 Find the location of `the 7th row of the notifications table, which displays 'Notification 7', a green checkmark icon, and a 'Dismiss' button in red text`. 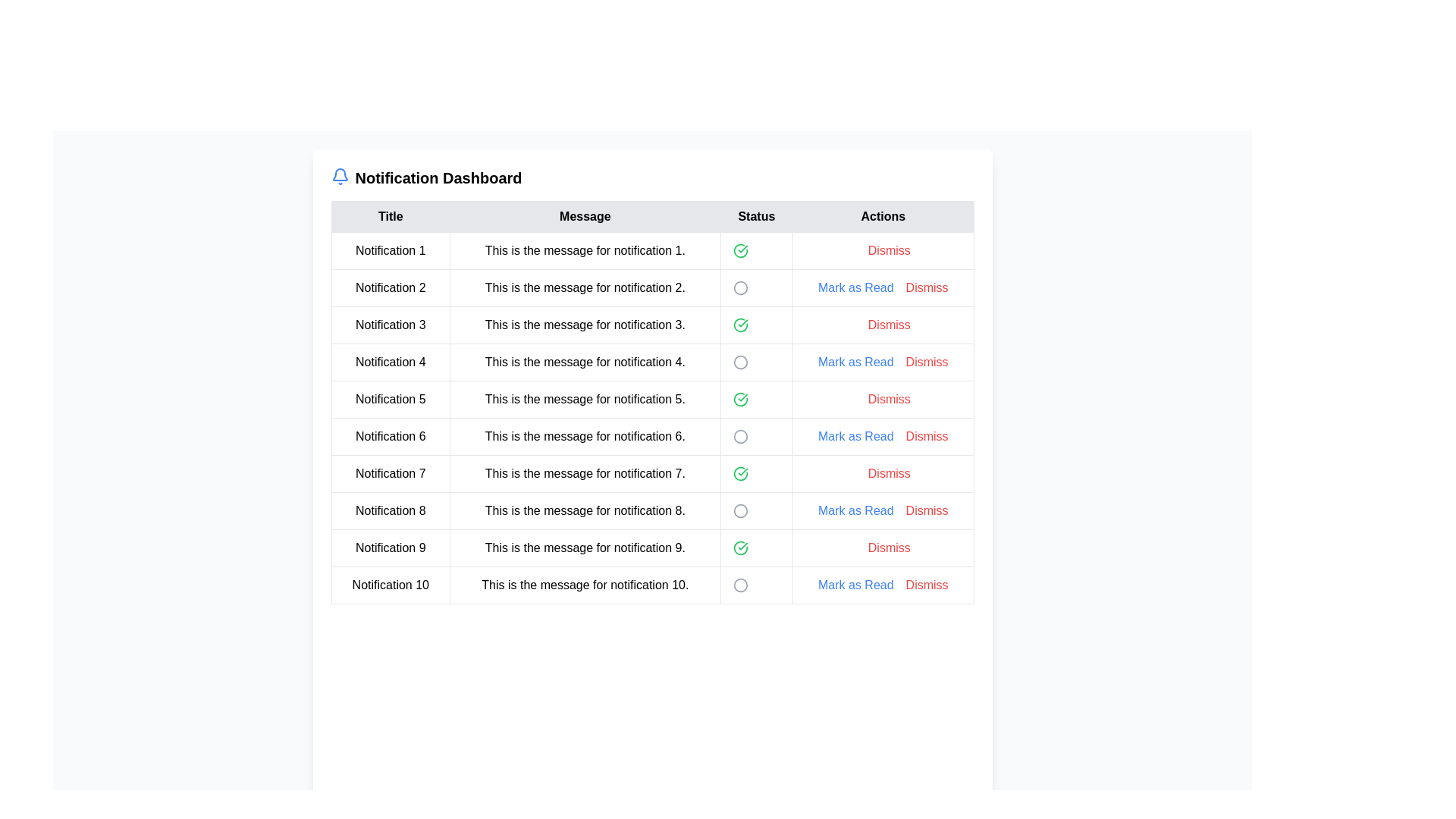

the 7th row of the notifications table, which displays 'Notification 7', a green checkmark icon, and a 'Dismiss' button in red text is located at coordinates (652, 472).